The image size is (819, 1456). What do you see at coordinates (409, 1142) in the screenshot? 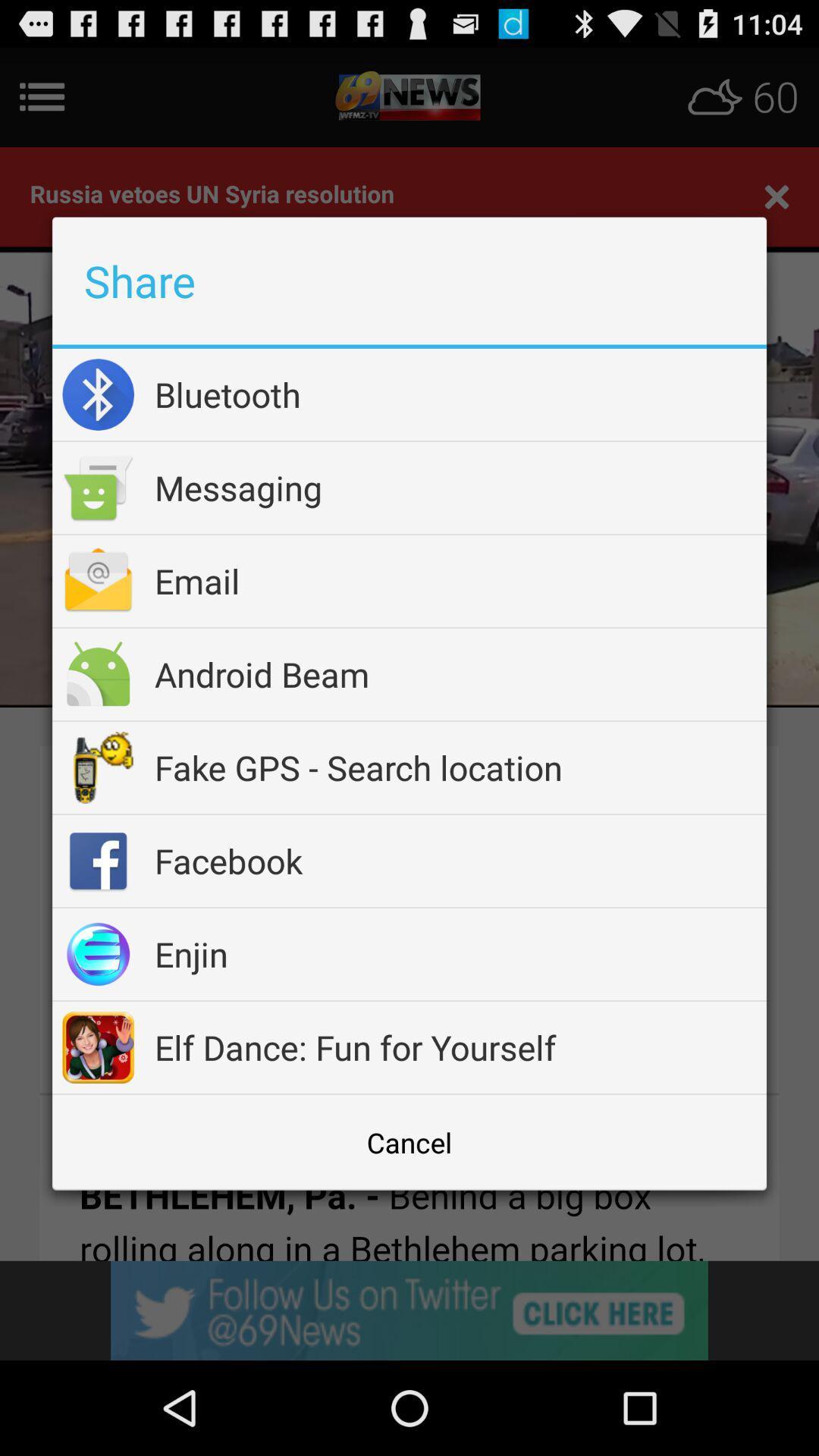
I see `cancel button` at bounding box center [409, 1142].